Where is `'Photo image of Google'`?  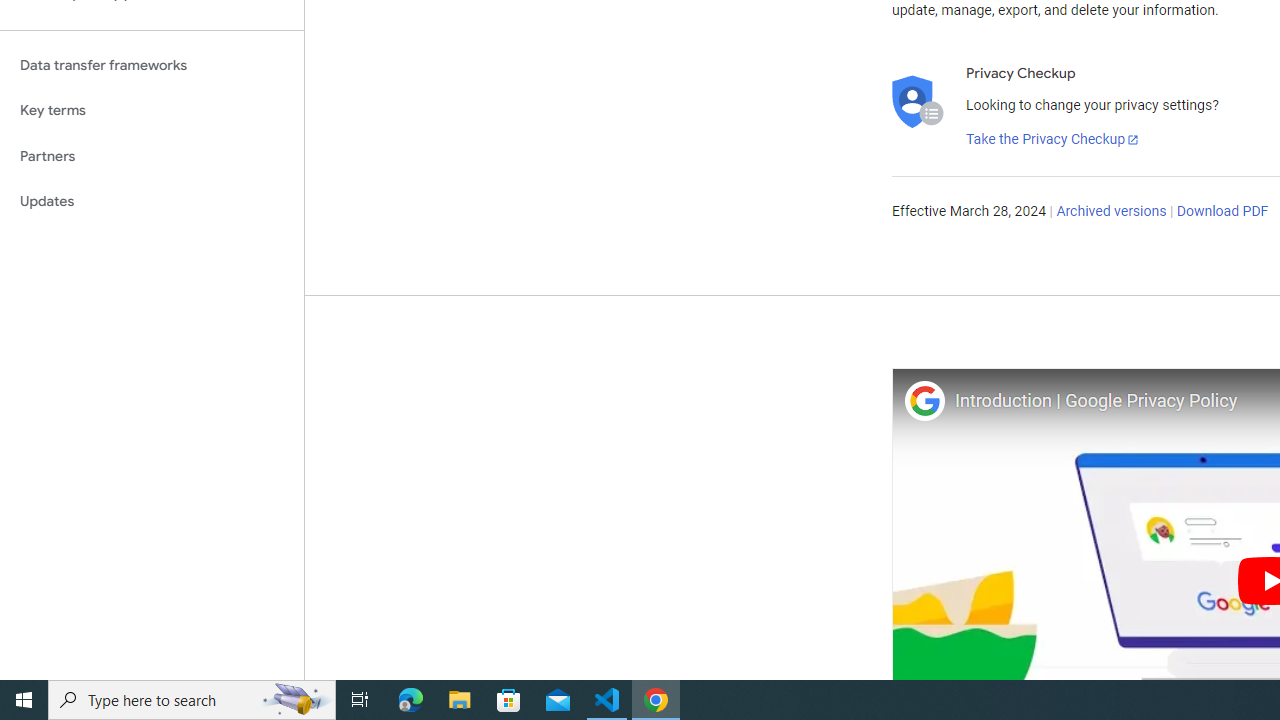 'Photo image of Google' is located at coordinates (923, 400).